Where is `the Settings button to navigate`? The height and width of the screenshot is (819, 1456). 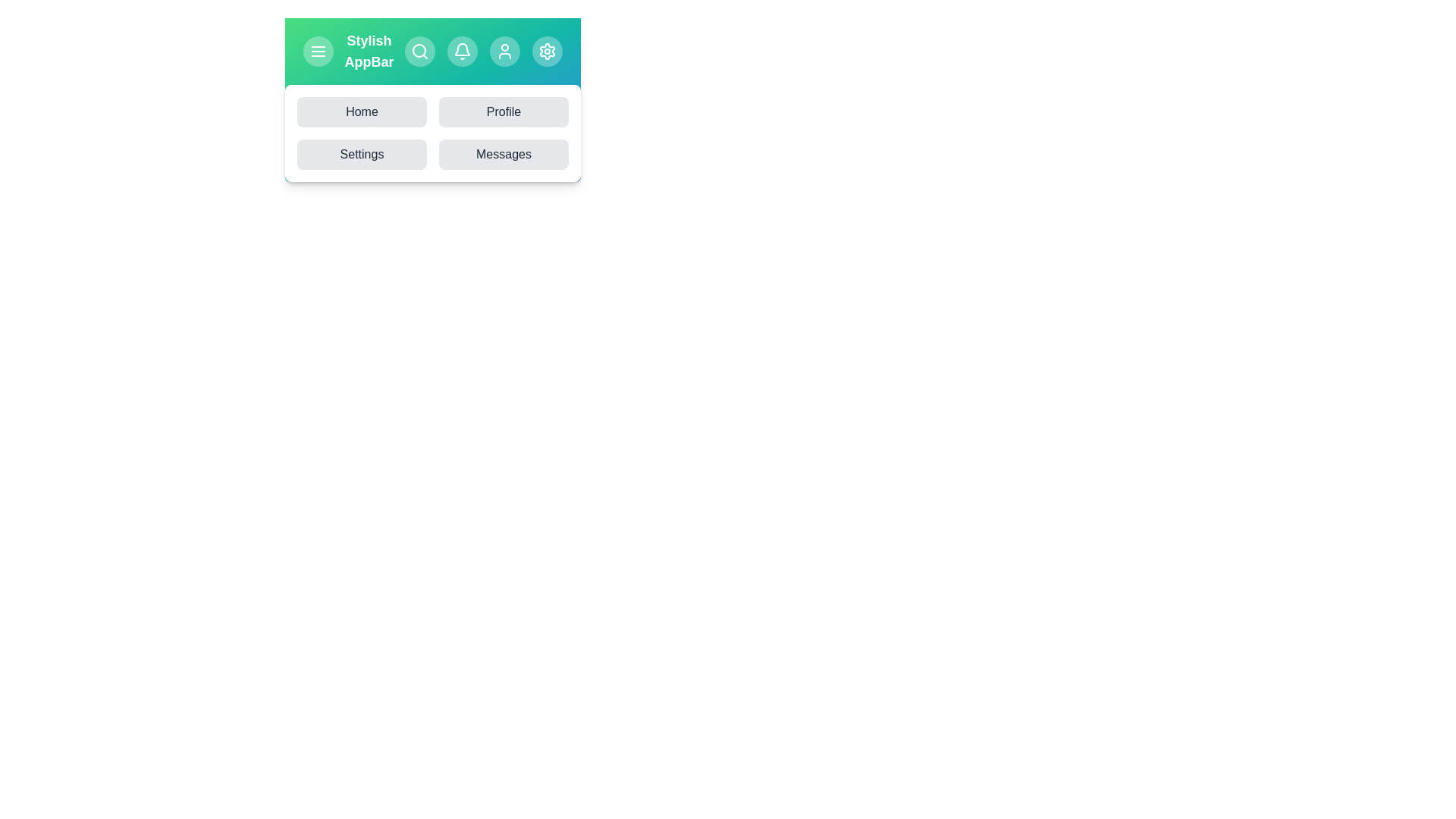 the Settings button to navigate is located at coordinates (361, 155).